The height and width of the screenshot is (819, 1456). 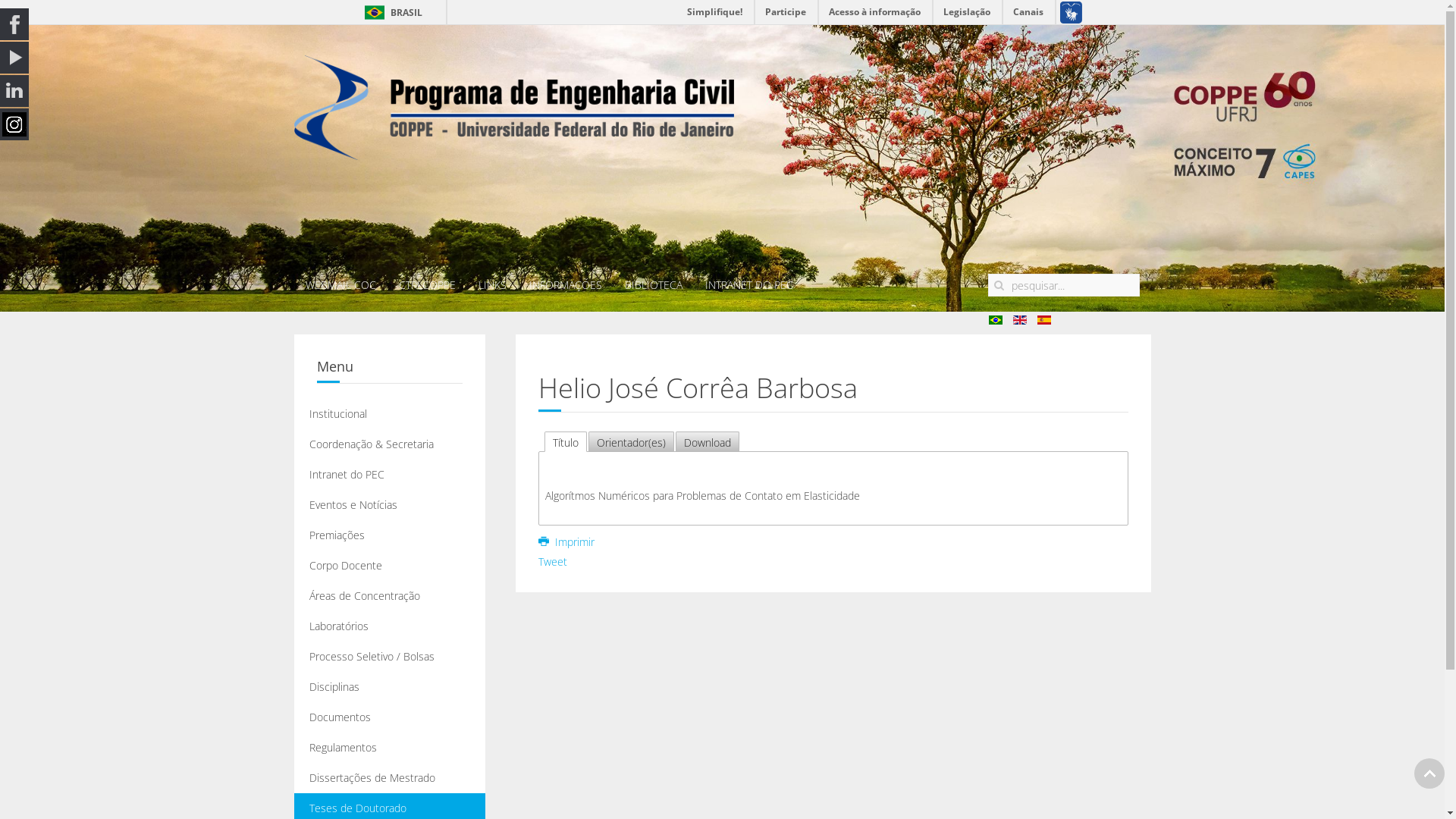 I want to click on 'Institucional', so click(x=390, y=414).